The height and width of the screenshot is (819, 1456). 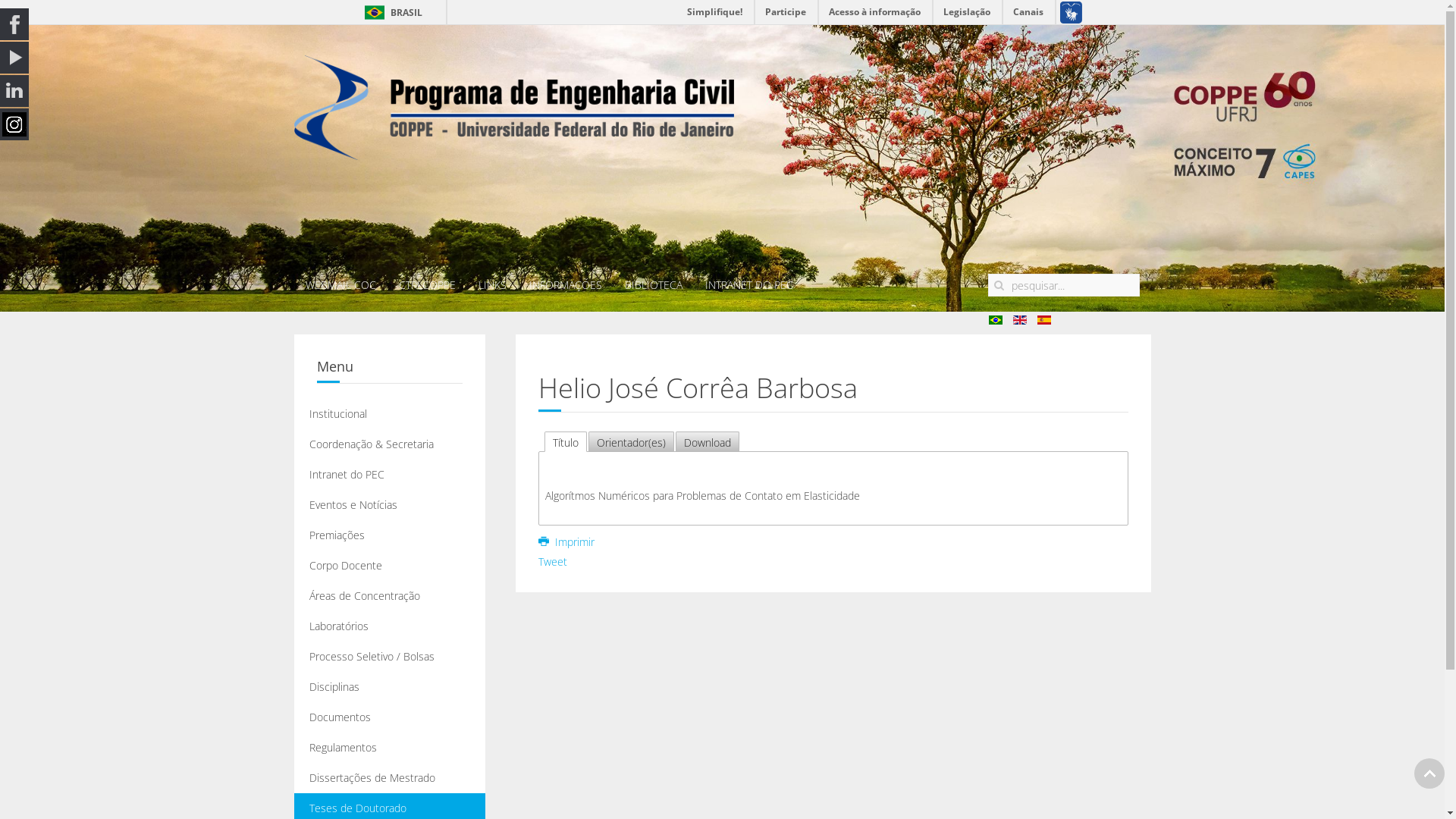 I want to click on 'Institucional', so click(x=390, y=414).